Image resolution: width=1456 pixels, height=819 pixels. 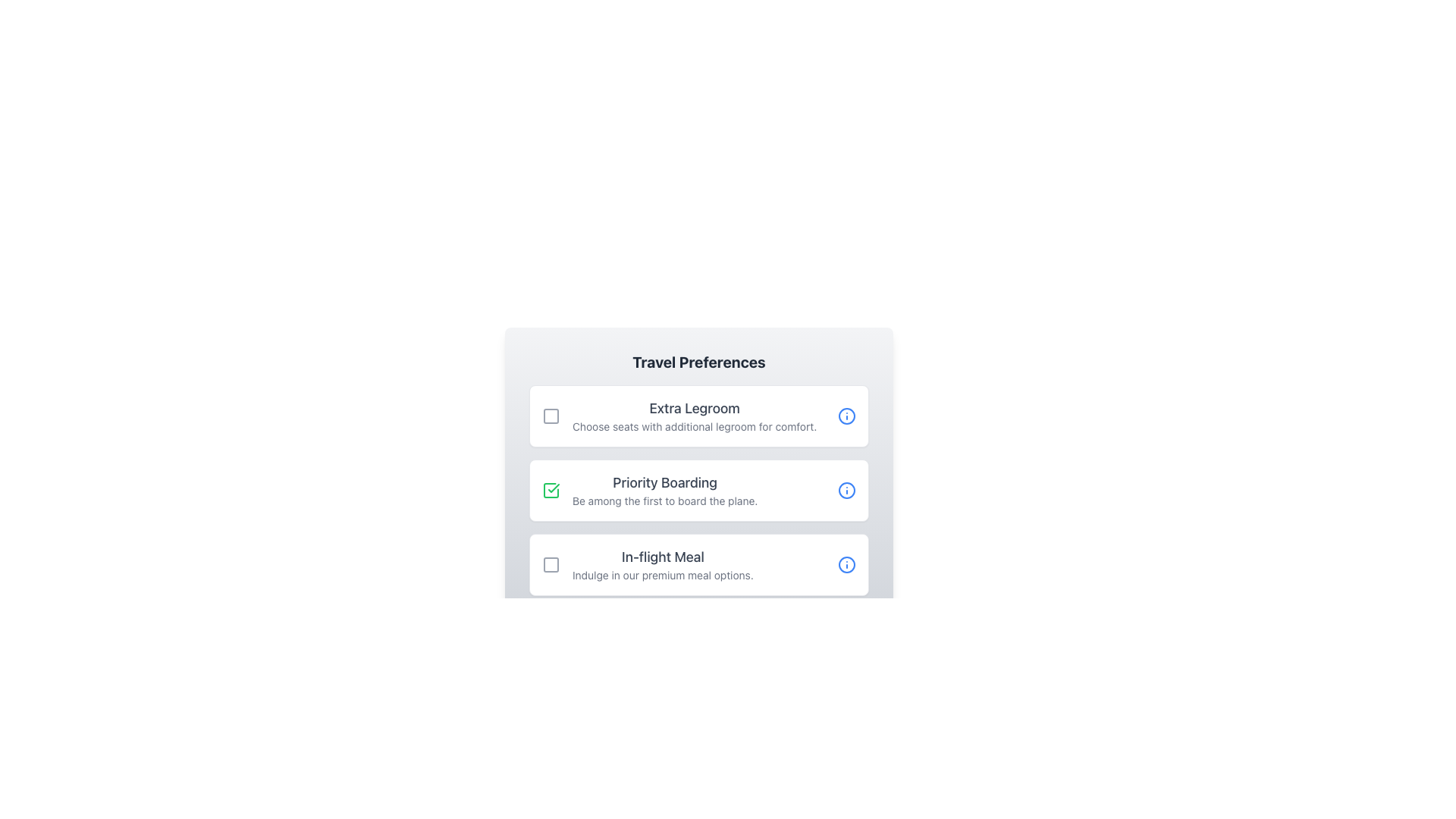 I want to click on text 'Be among the first to board the plane.' which is displayed in gray color below the title 'Priority Boarding.', so click(x=665, y=500).